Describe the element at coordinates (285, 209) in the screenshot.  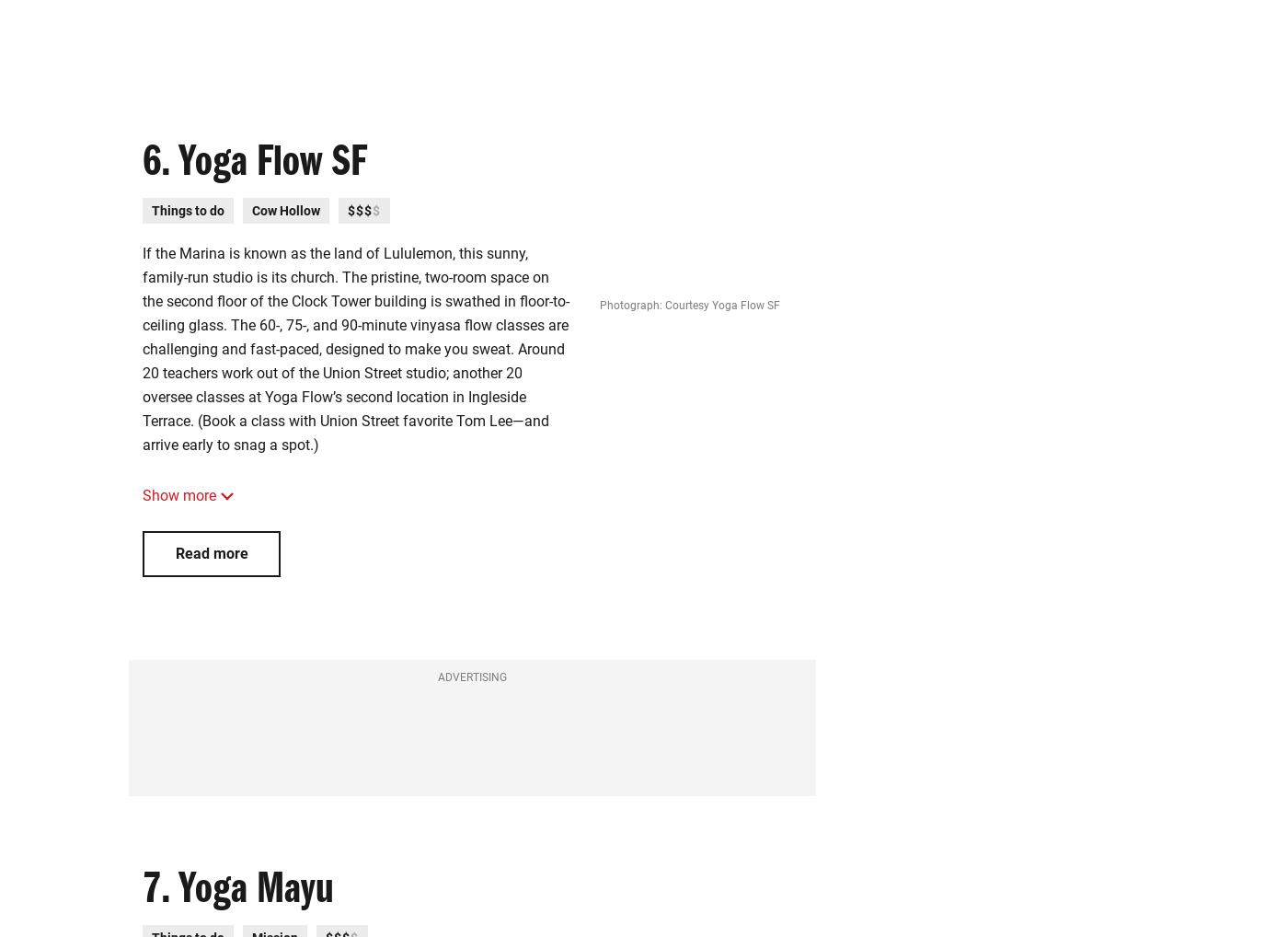
I see `'Cow Hollow'` at that location.